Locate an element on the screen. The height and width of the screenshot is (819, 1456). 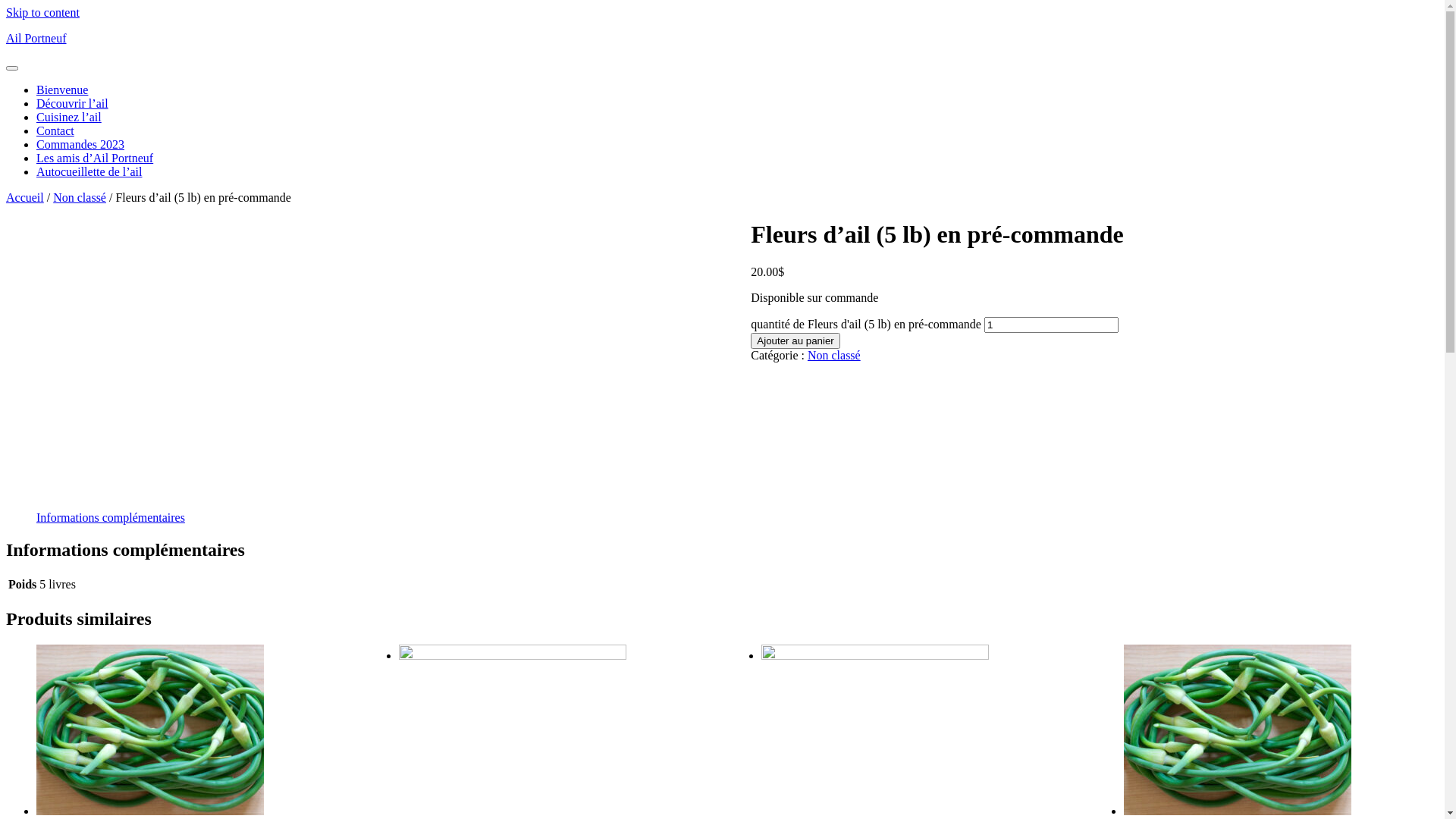
'Ail Portneuf' is located at coordinates (36, 37).